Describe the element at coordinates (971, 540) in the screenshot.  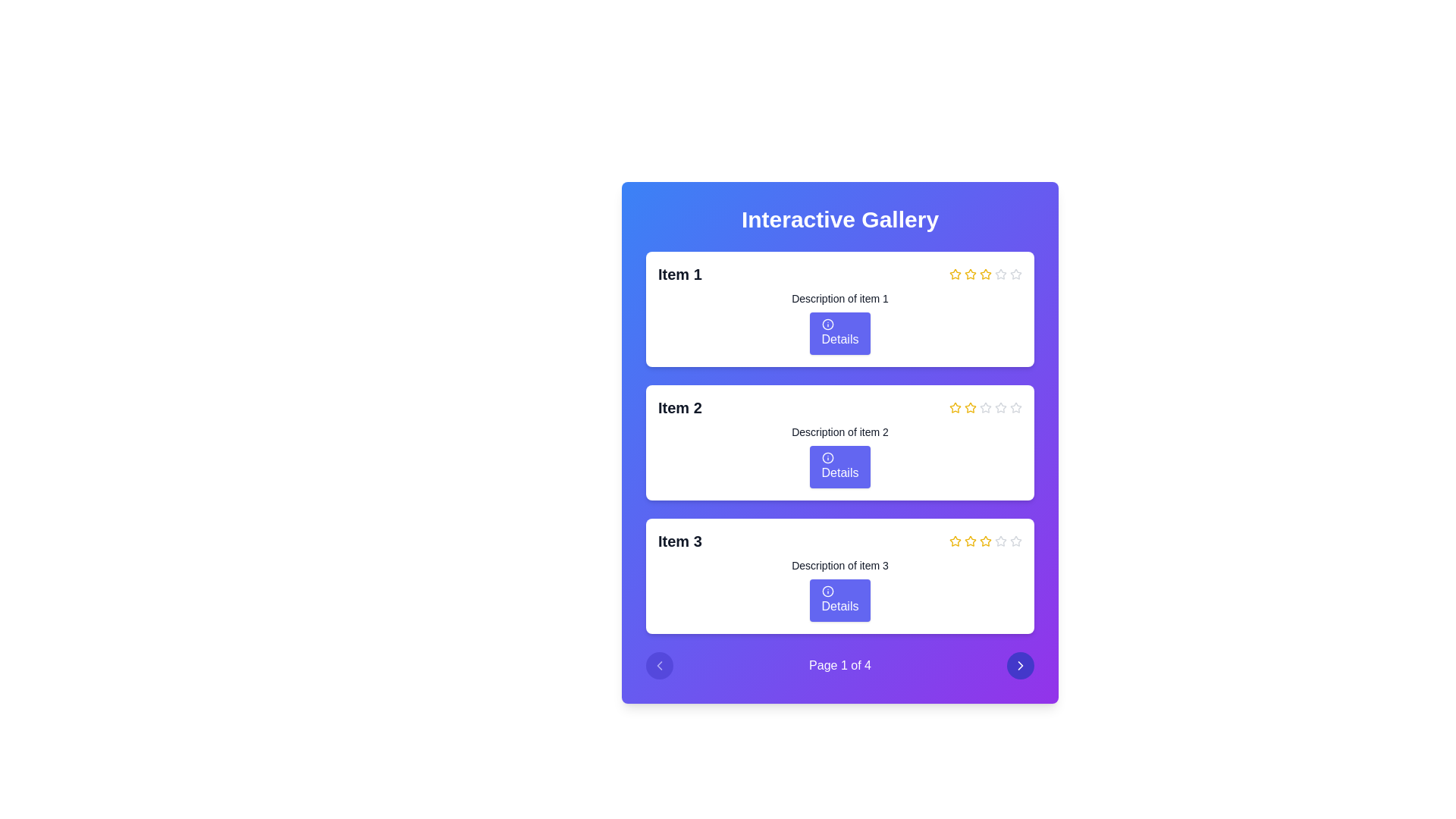
I see `the third star icon in the star rating component, which has a yellow border, to rate the item` at that location.